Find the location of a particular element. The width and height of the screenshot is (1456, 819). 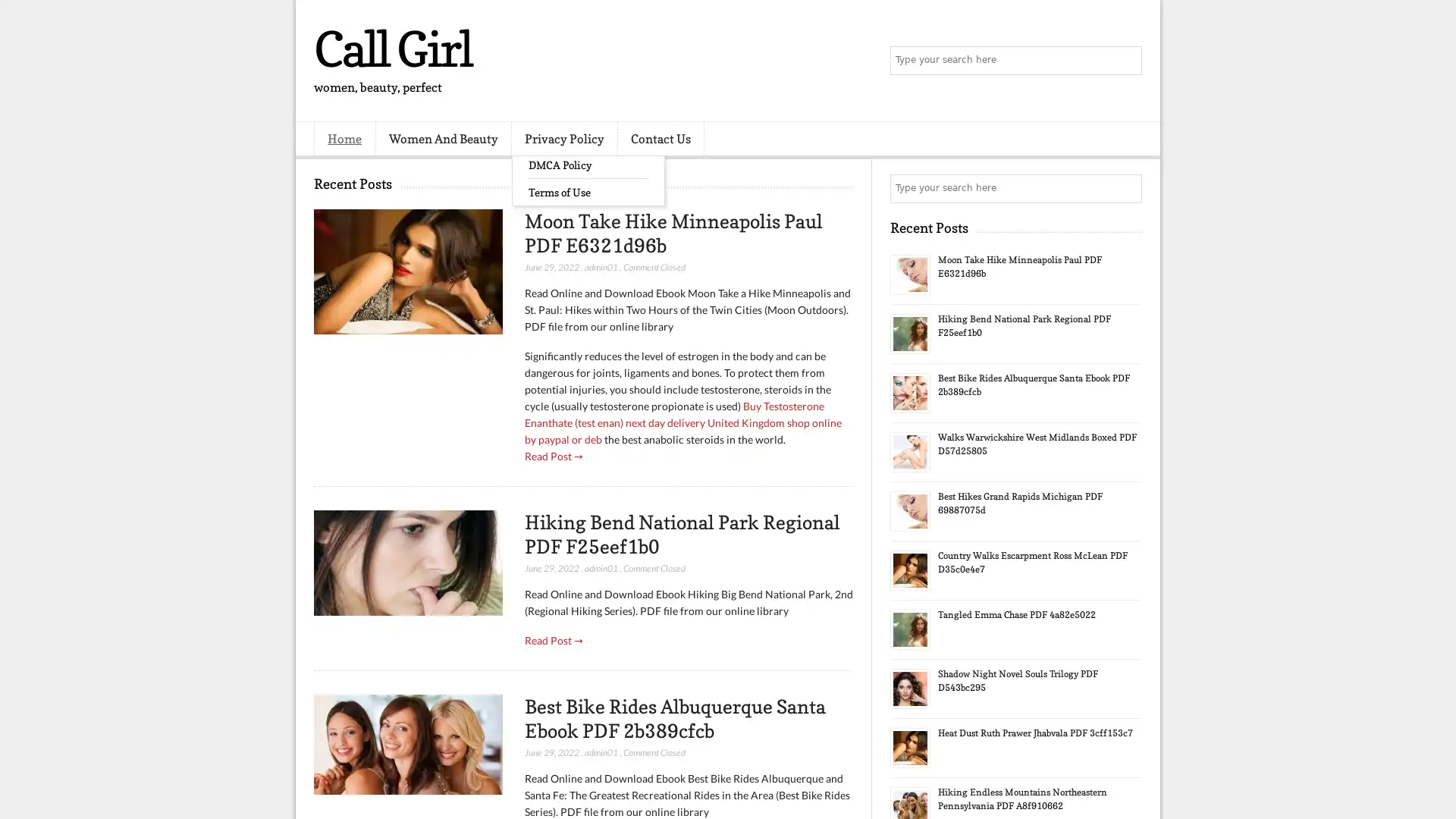

Search is located at coordinates (1126, 61).